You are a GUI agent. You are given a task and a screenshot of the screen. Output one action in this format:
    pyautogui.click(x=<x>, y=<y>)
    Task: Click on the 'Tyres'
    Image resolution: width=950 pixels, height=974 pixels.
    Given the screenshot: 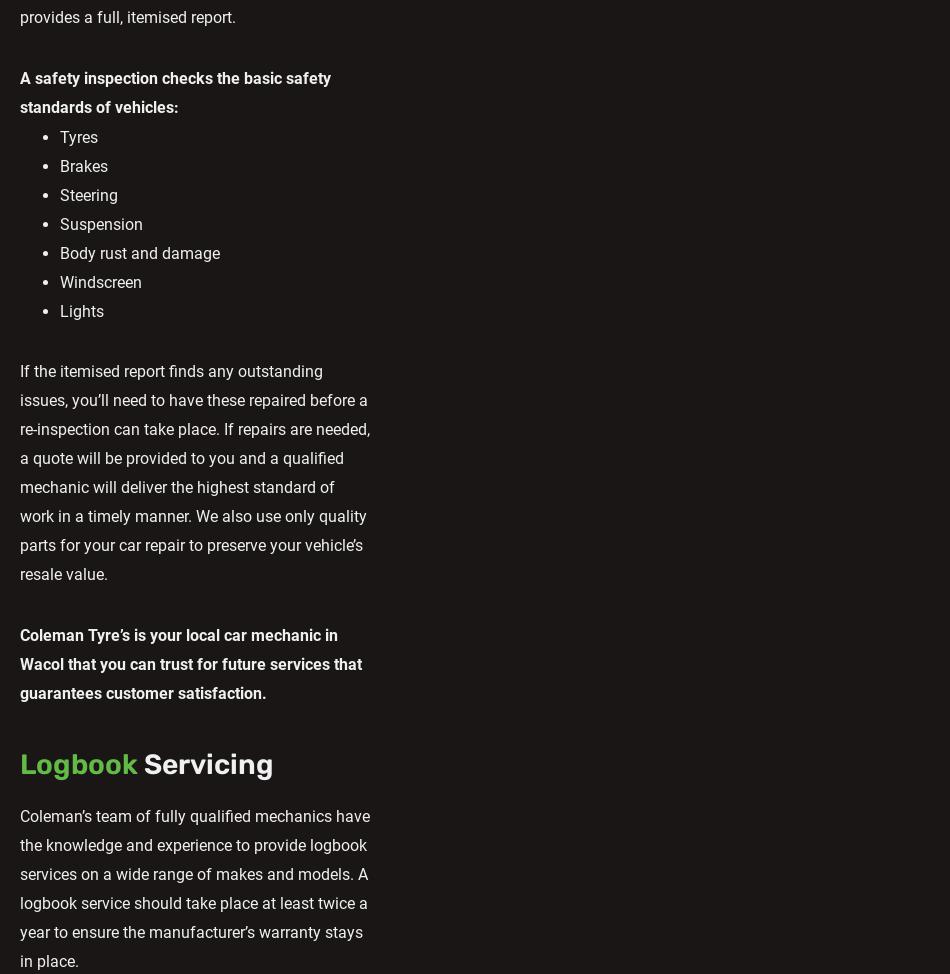 What is the action you would take?
    pyautogui.click(x=79, y=136)
    